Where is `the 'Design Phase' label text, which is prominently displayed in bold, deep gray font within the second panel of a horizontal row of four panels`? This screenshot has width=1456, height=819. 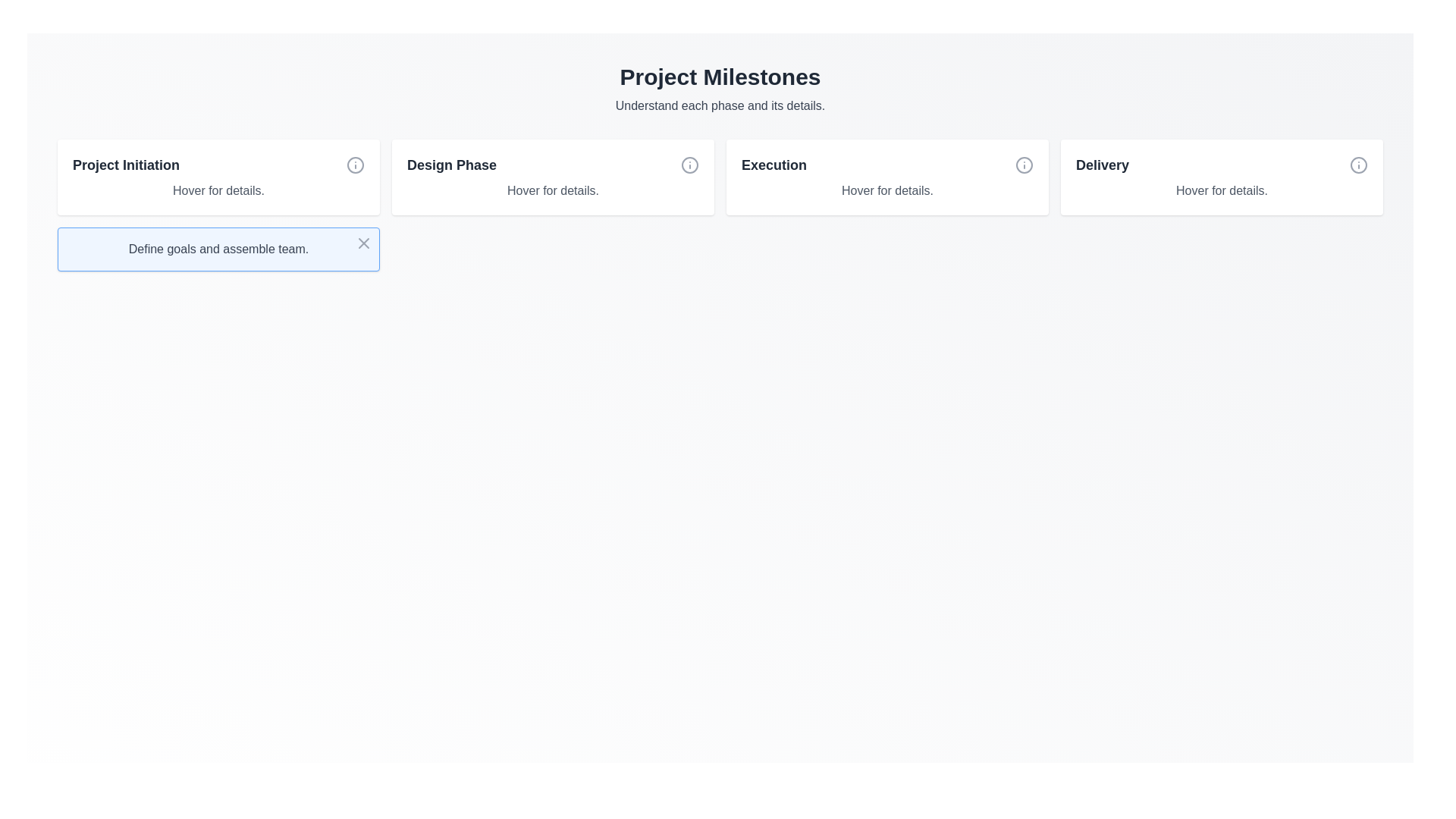
the 'Design Phase' label text, which is prominently displayed in bold, deep gray font within the second panel of a horizontal row of four panels is located at coordinates (450, 165).